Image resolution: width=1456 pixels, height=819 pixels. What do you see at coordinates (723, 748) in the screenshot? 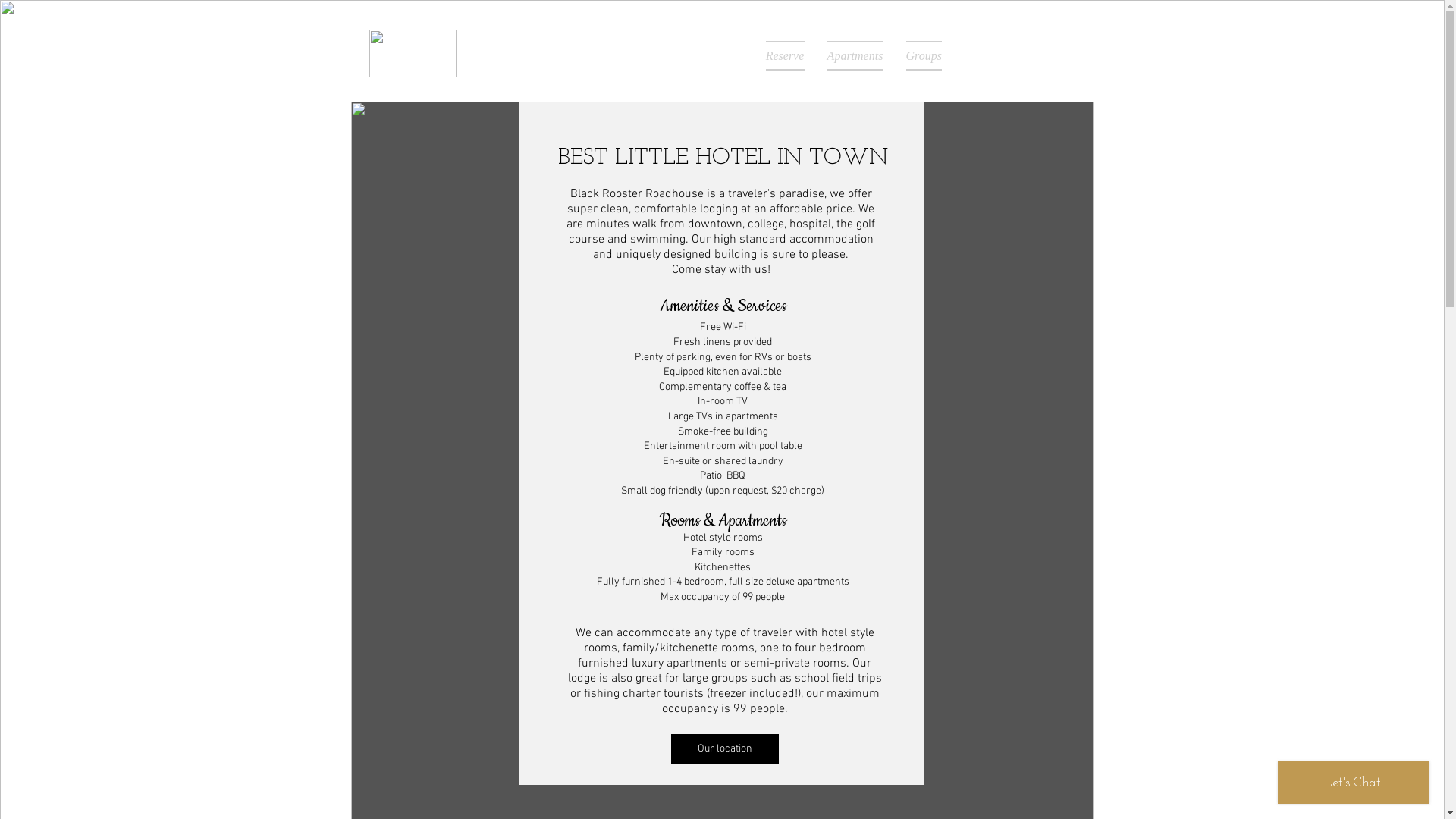
I see `'Our location'` at bounding box center [723, 748].